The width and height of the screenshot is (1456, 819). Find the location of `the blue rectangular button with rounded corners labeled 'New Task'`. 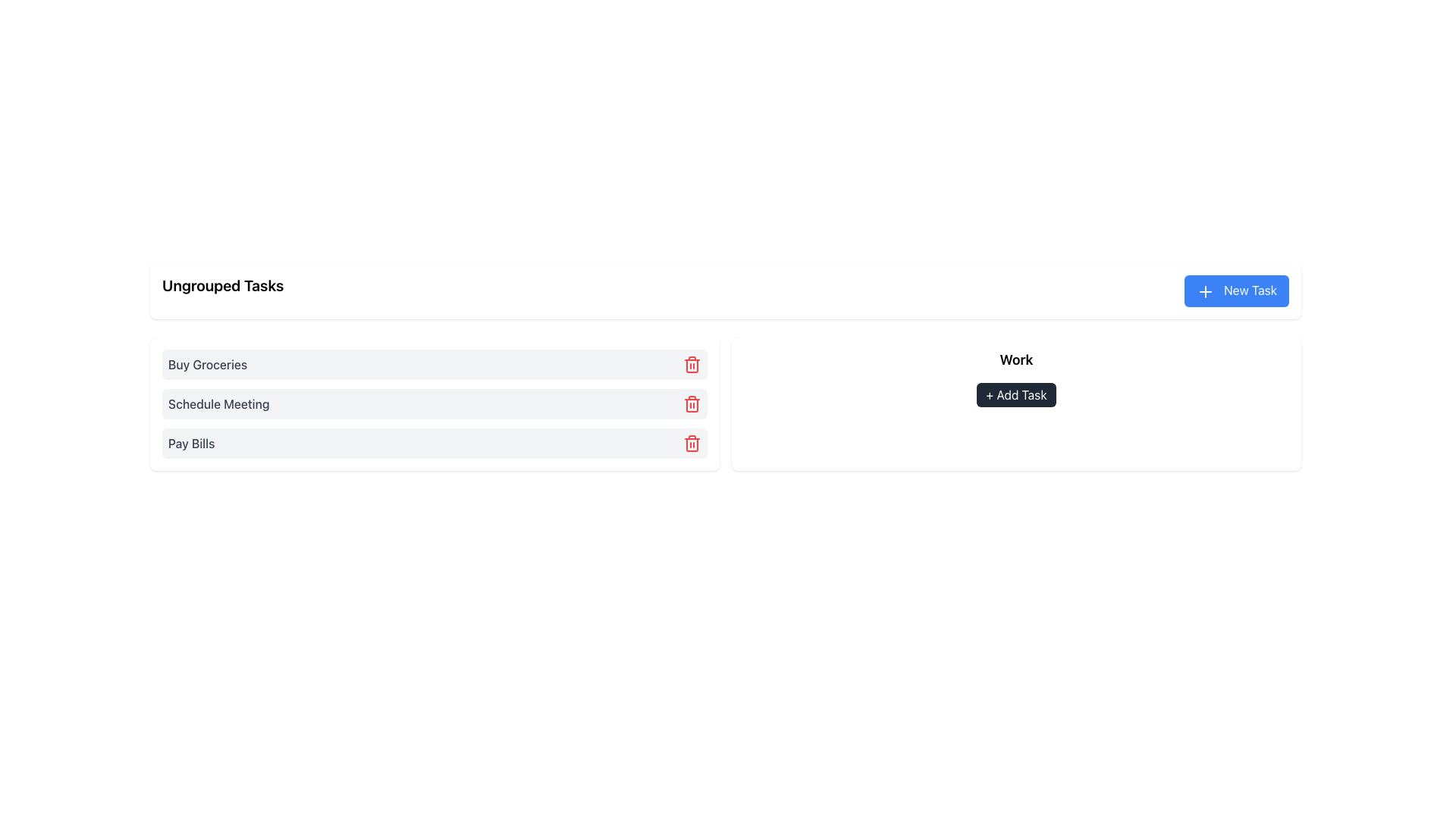

the blue rectangular button with rounded corners labeled 'New Task' is located at coordinates (1237, 290).